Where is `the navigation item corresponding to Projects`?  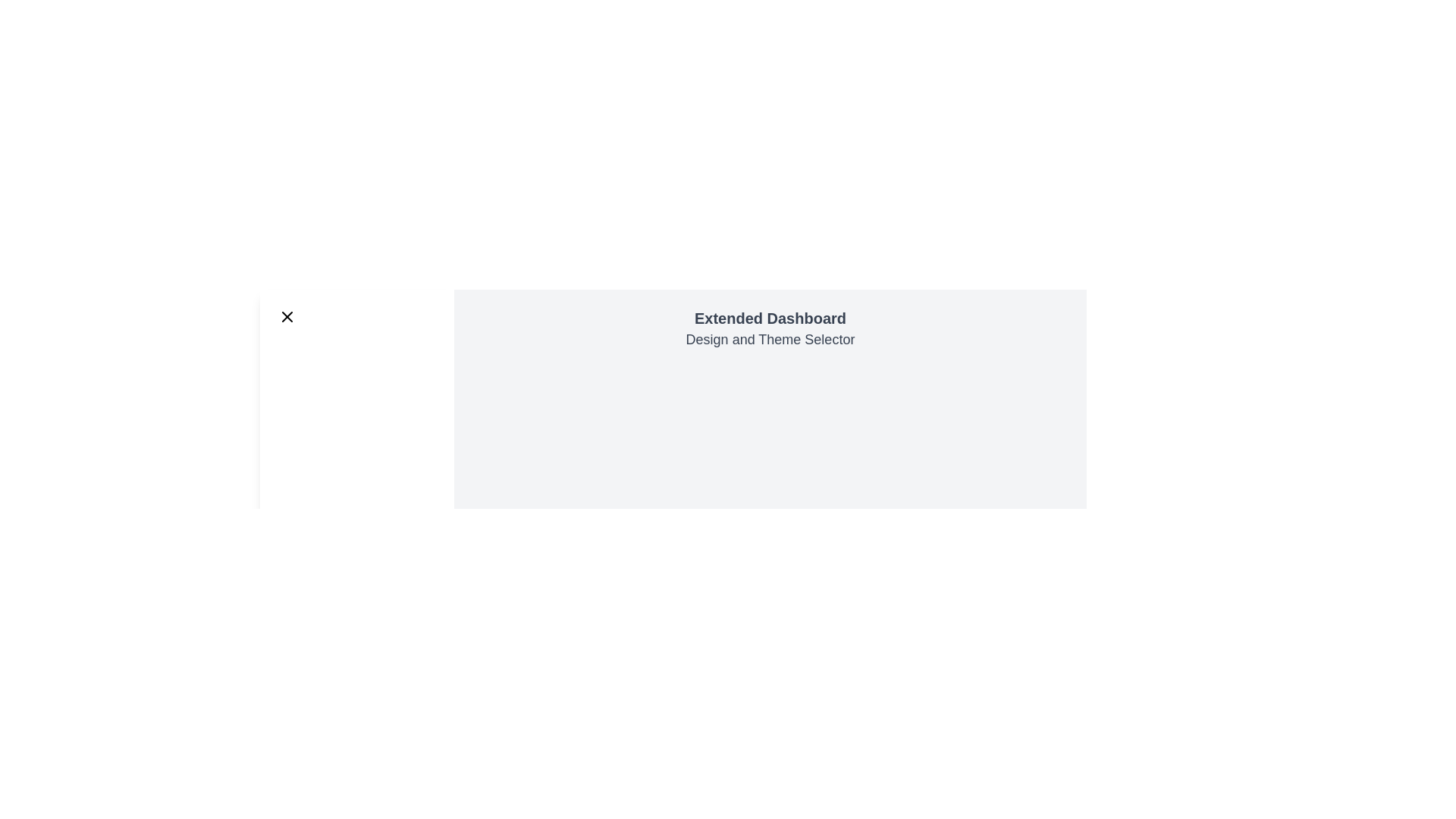 the navigation item corresponding to Projects is located at coordinates (356, 388).